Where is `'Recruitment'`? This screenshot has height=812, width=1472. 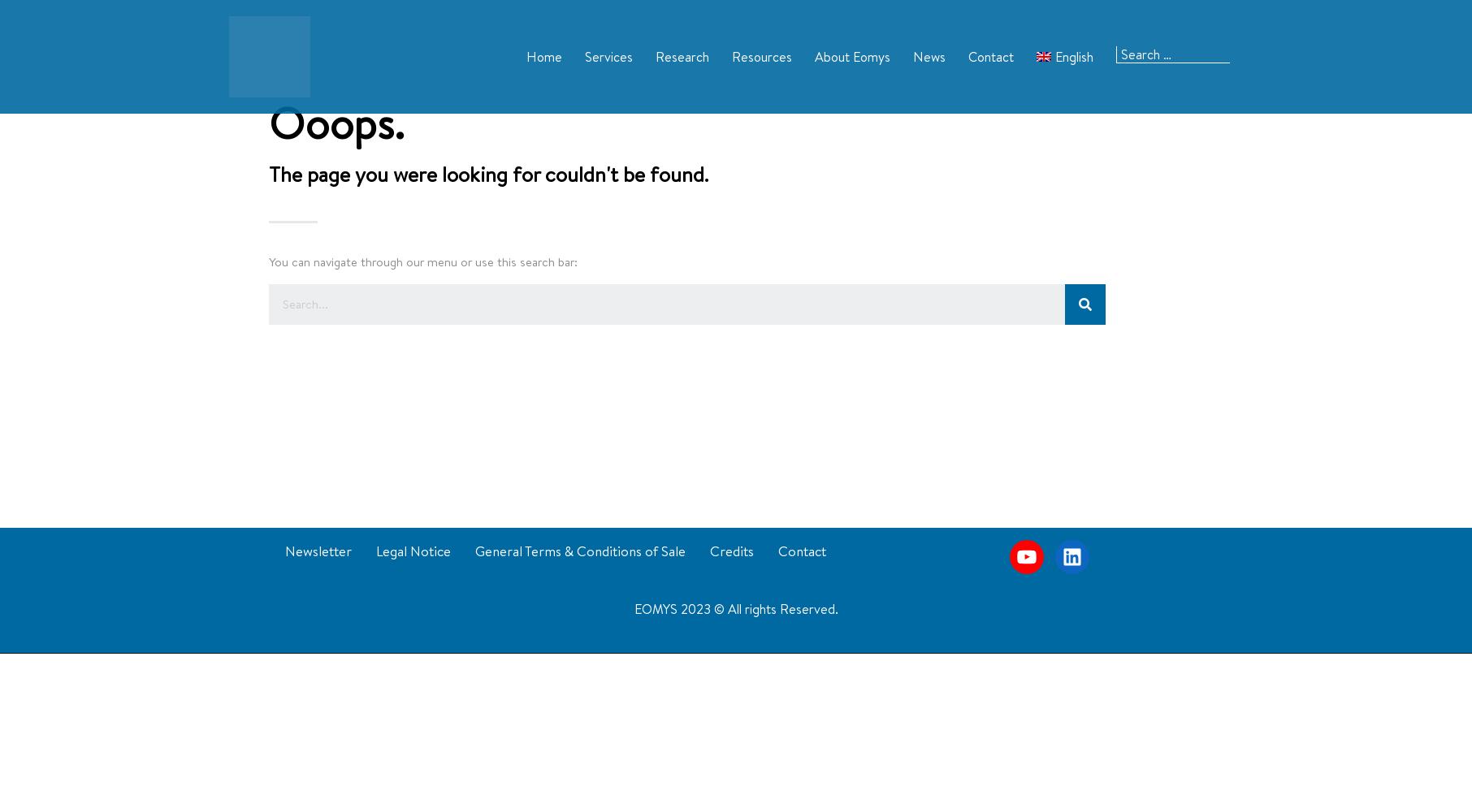
'Recruitment' is located at coordinates (828, 153).